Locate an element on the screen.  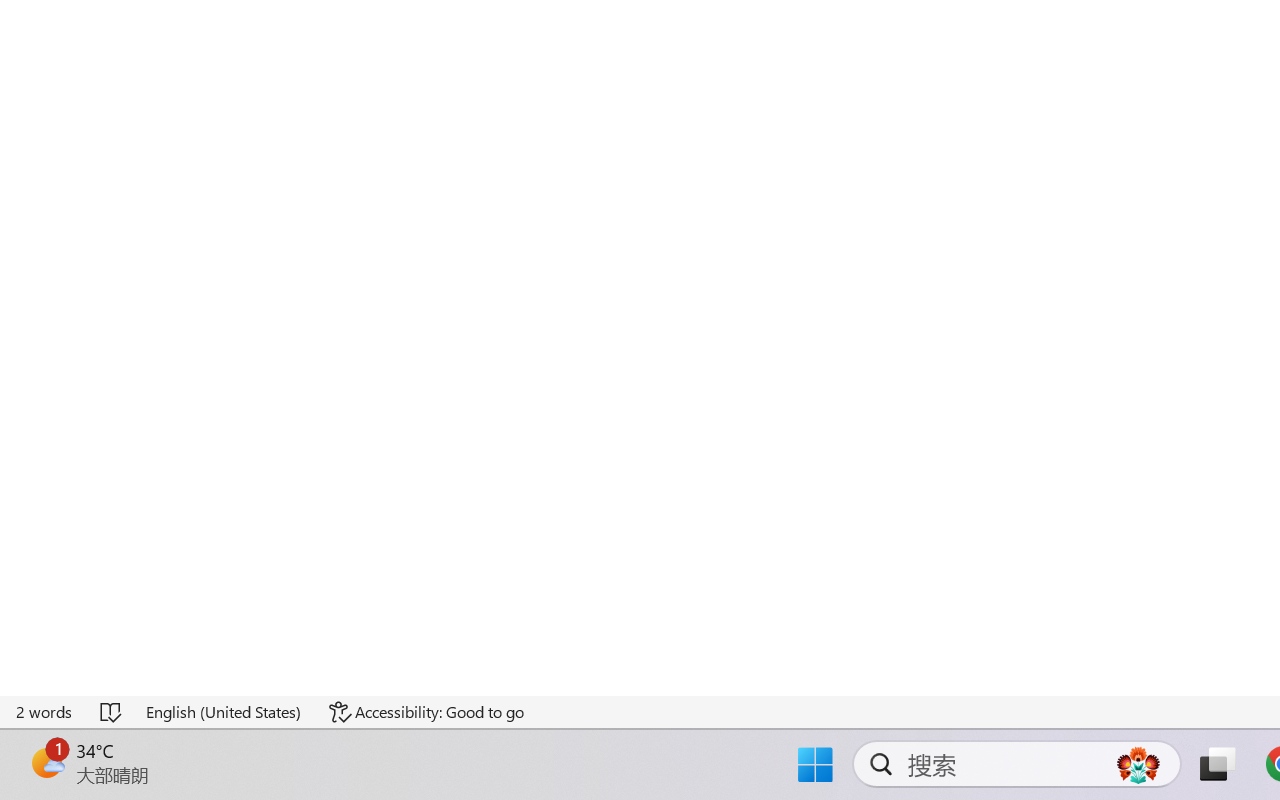
'Accessibility Checker Accessibility: Good to go' is located at coordinates (425, 711).